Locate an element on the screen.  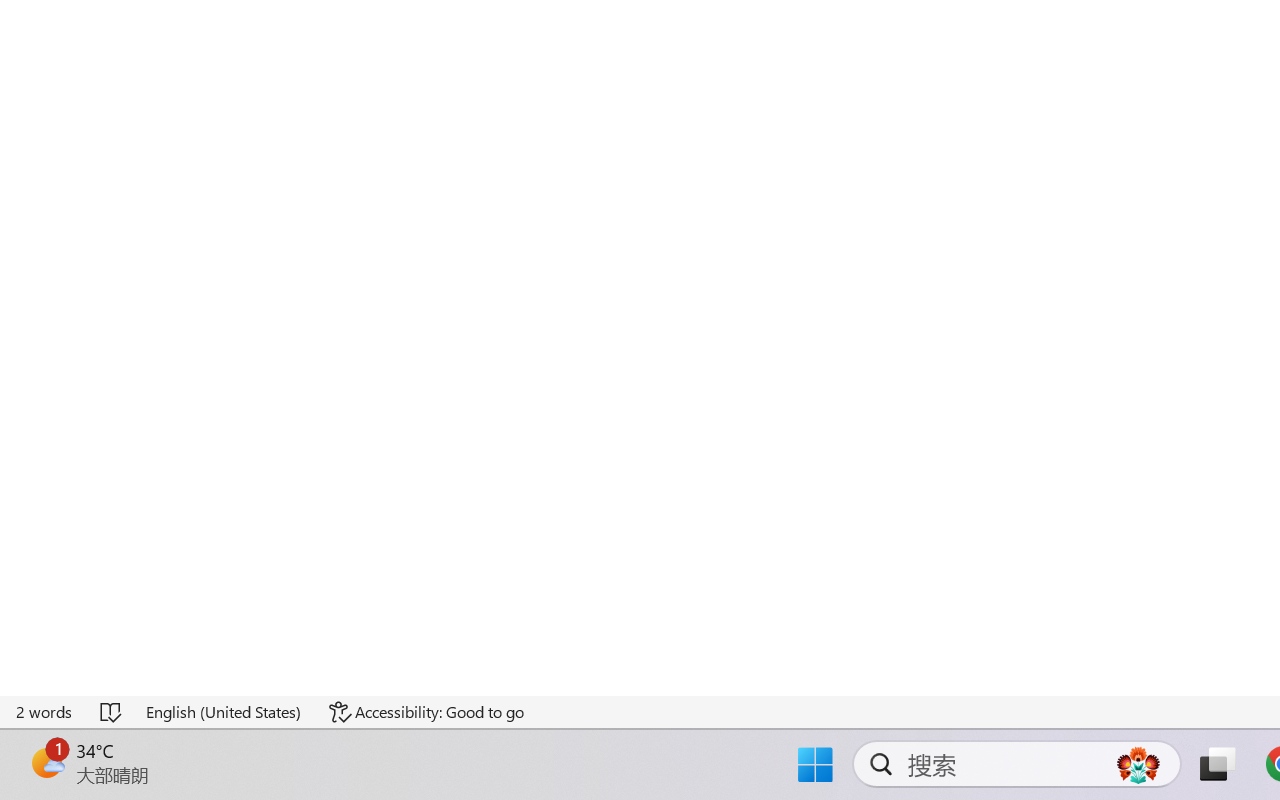
'Accessibility Checker Accessibility: Good to go' is located at coordinates (425, 711).